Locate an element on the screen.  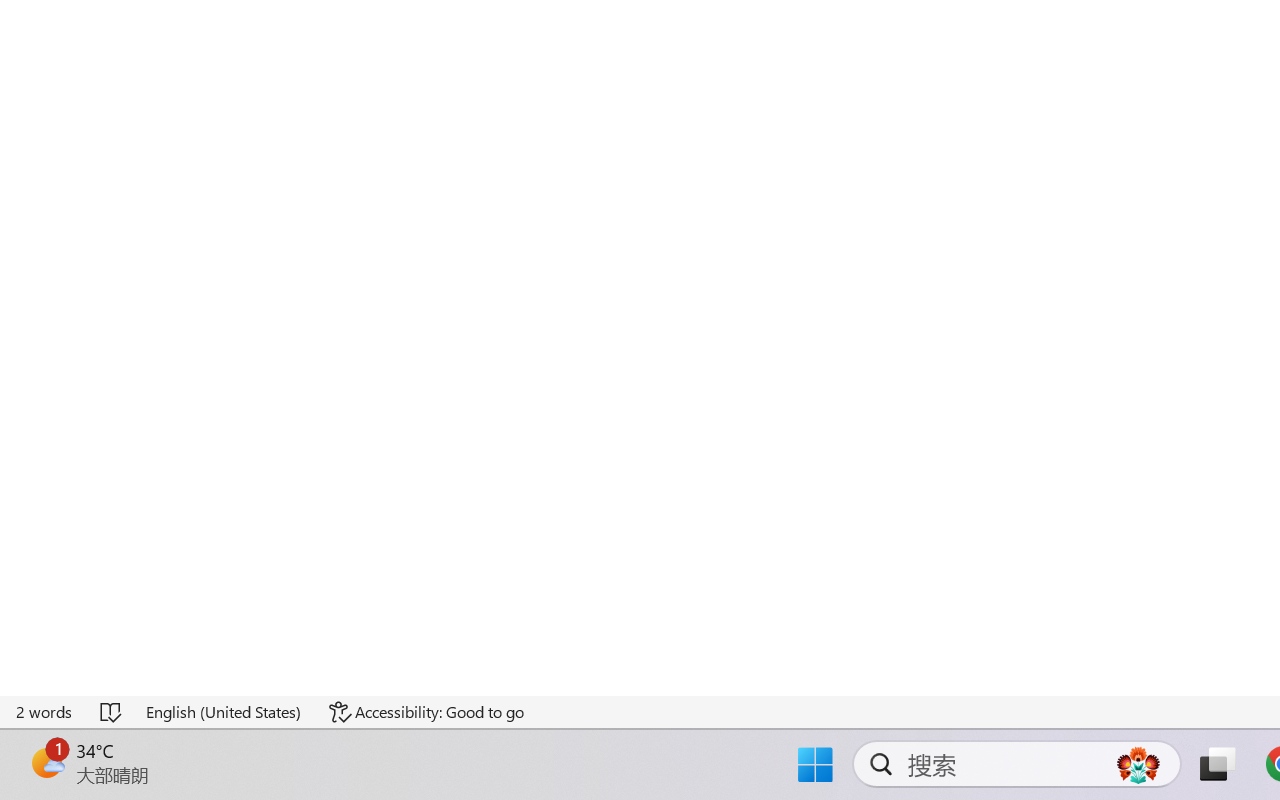
'Accessibility Checker Accessibility: Good to go' is located at coordinates (425, 711).